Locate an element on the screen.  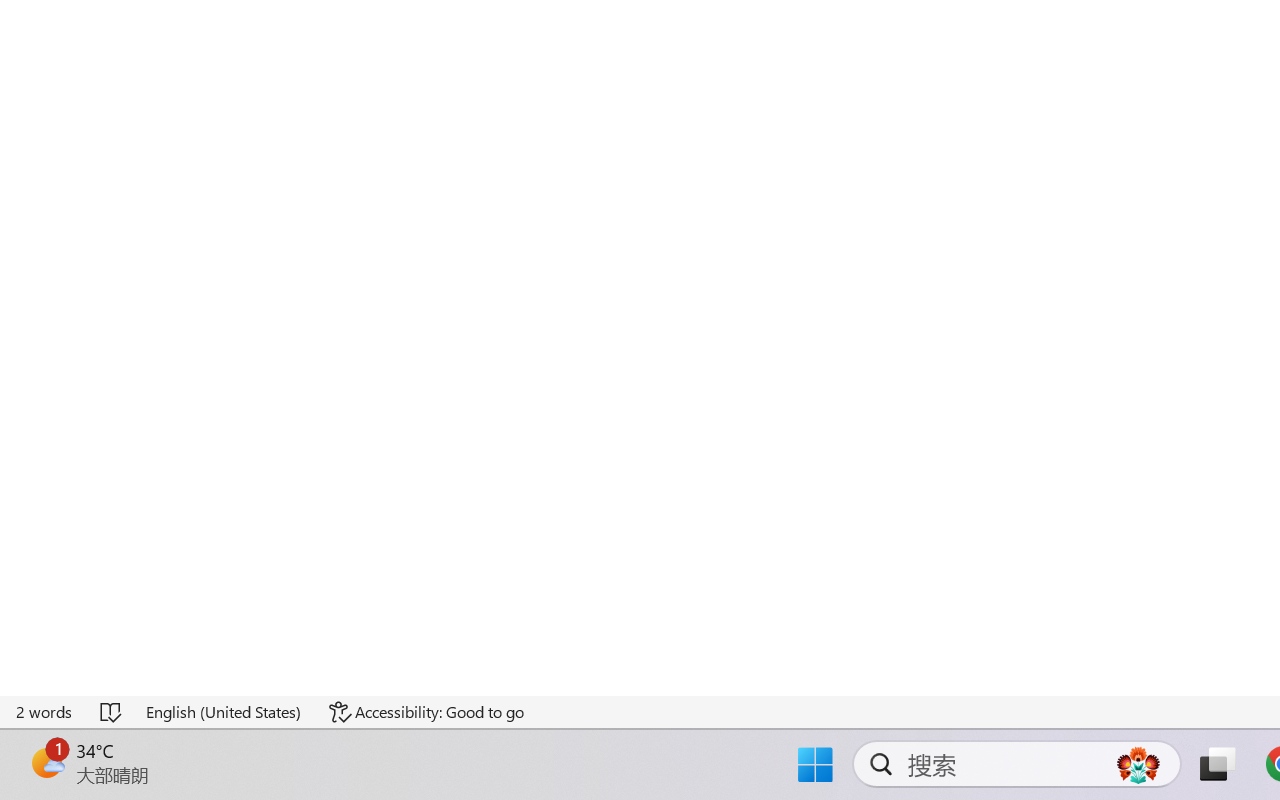
'Accessibility Checker Accessibility: Good to go' is located at coordinates (425, 711).